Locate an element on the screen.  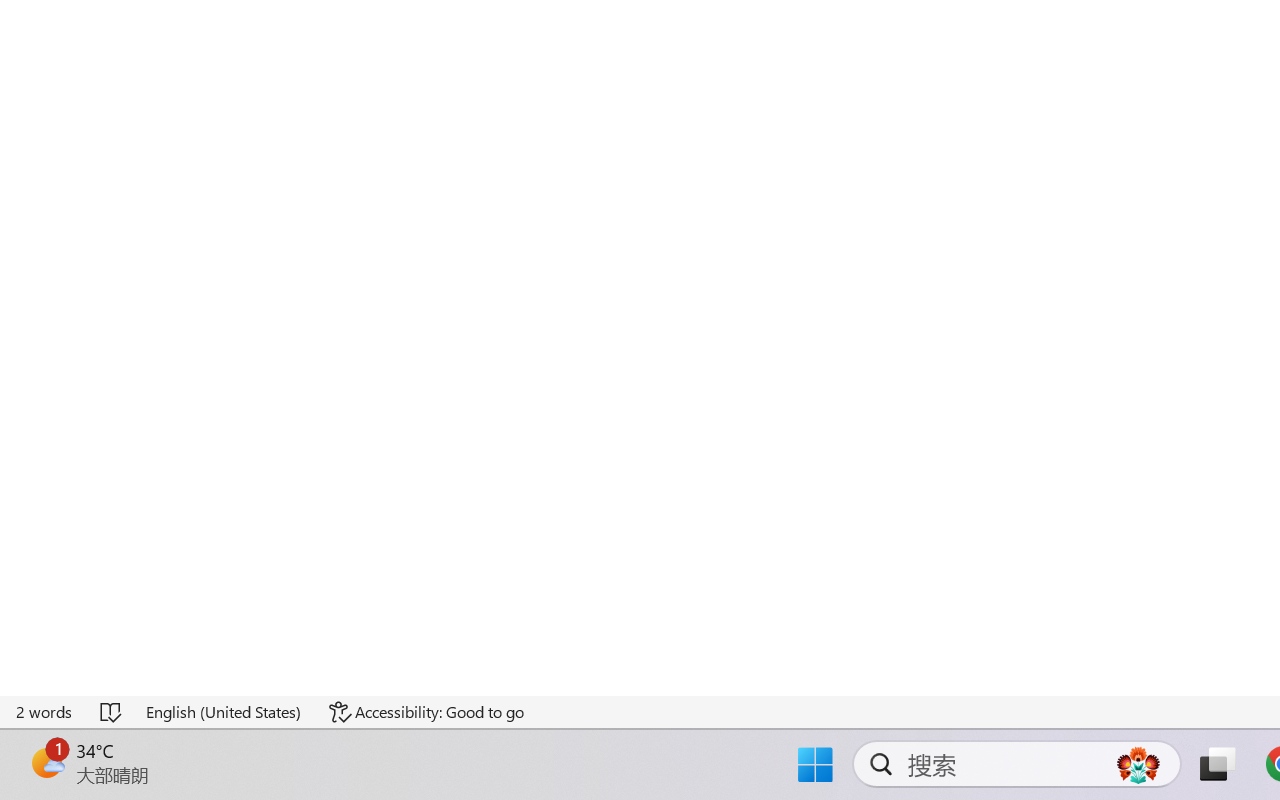
'Accessibility Checker Accessibility: Good to go' is located at coordinates (425, 711).